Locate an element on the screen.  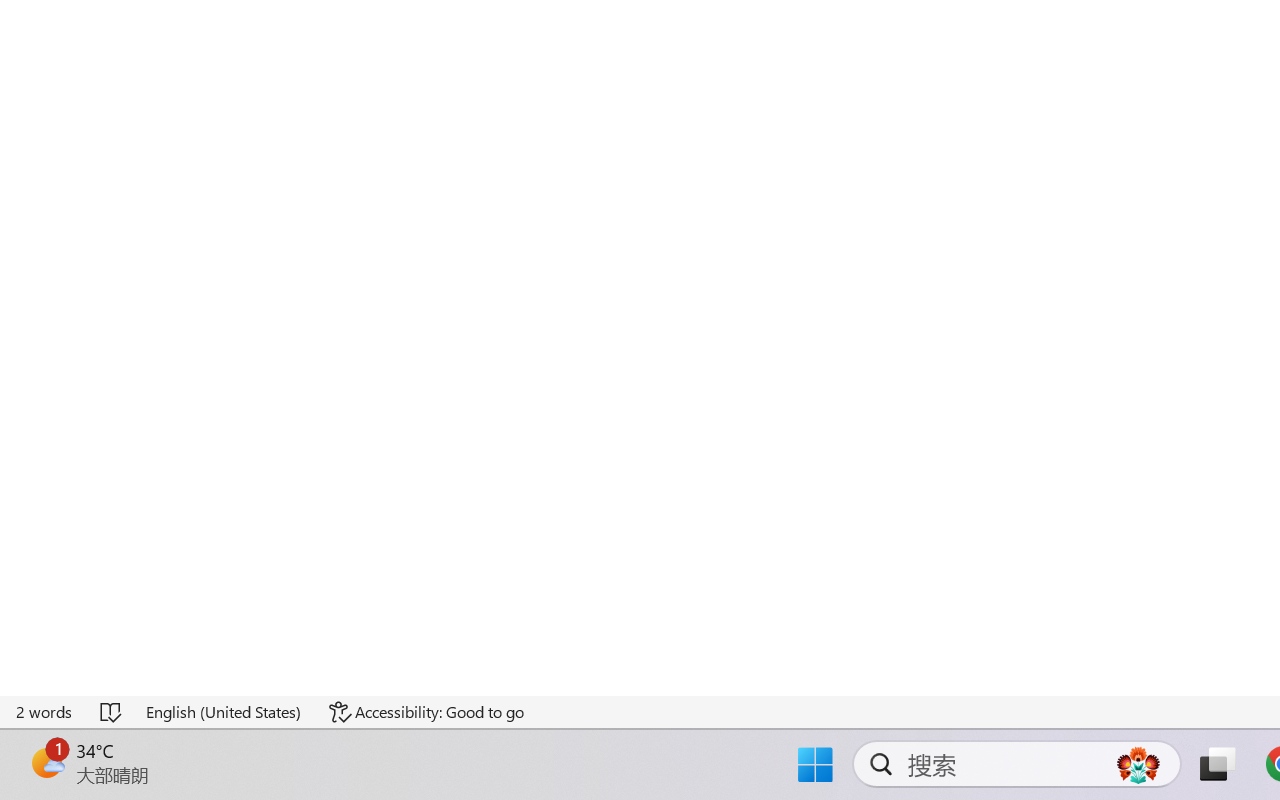
'Accessibility Checker Accessibility: Good to go' is located at coordinates (425, 711).